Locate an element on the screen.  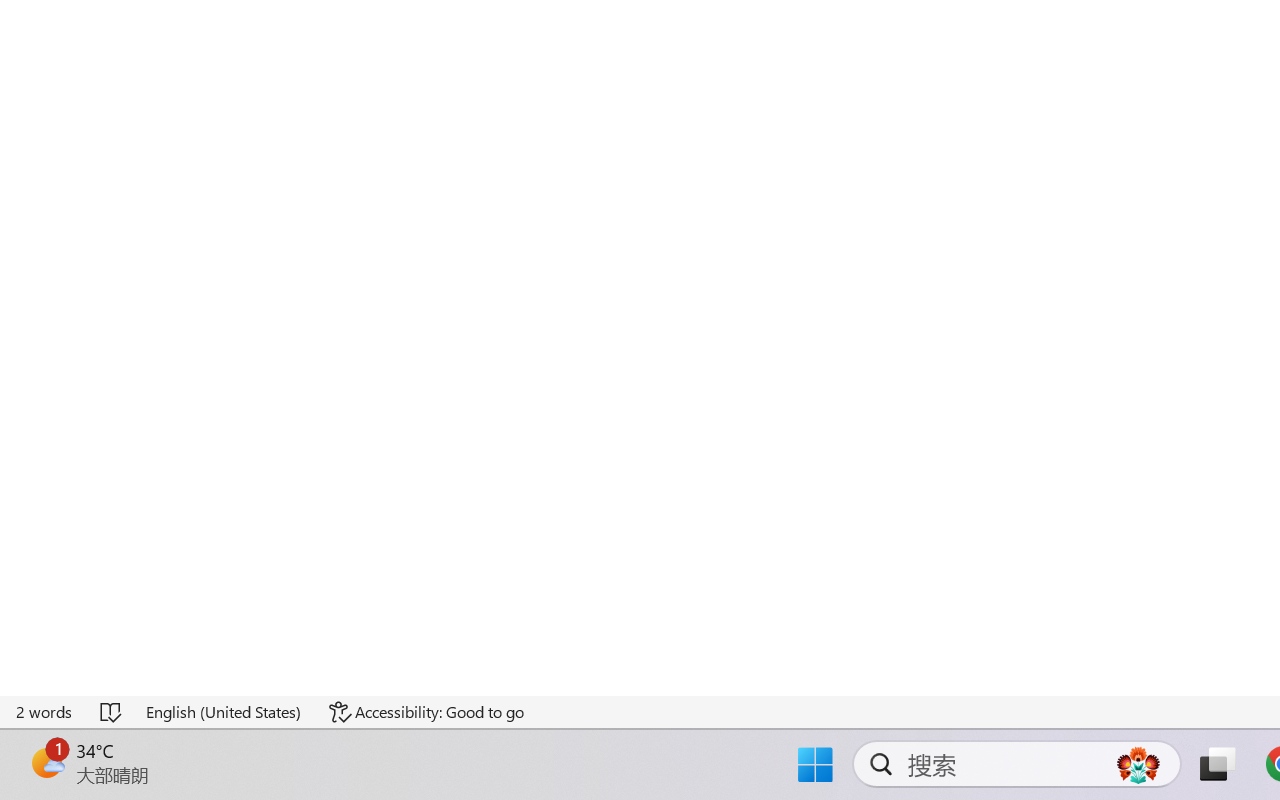
'Accessibility Checker Accessibility: Good to go' is located at coordinates (425, 711).